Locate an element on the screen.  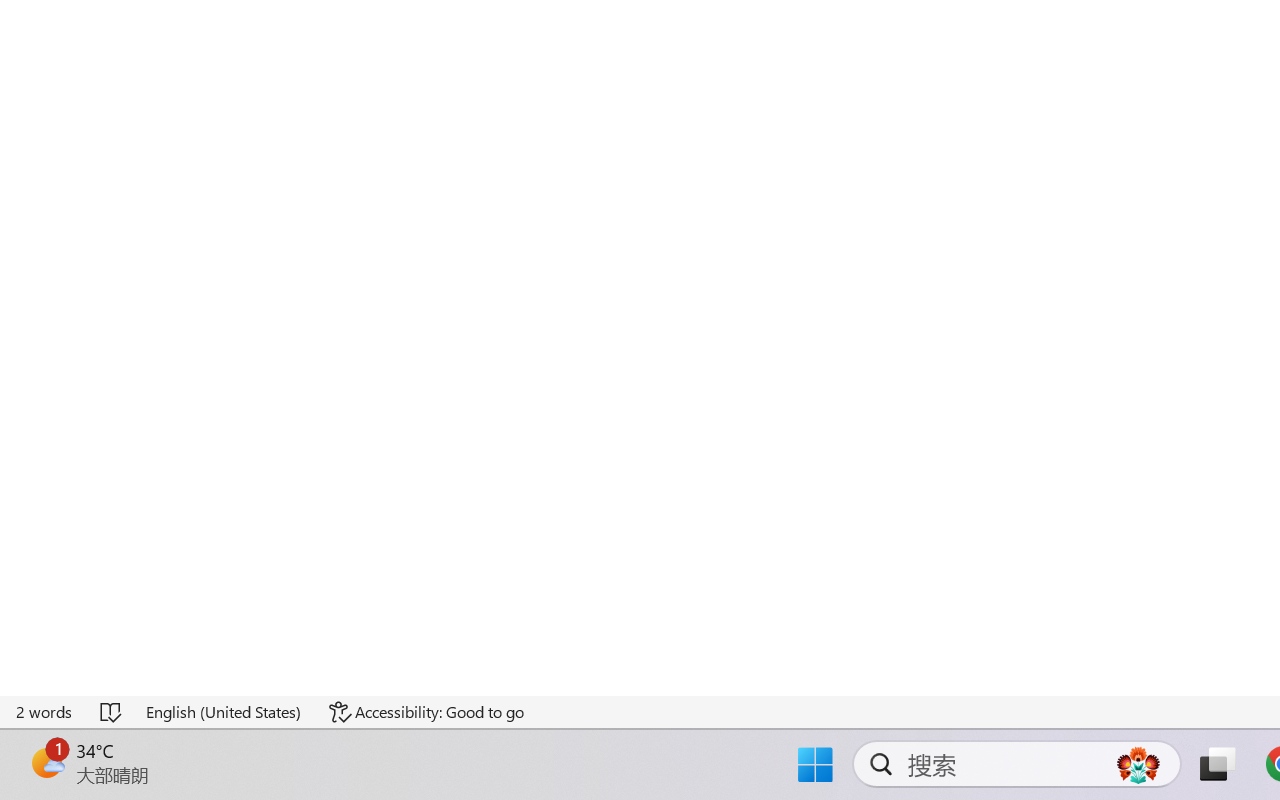
'Accessibility Checker Accessibility: Good to go' is located at coordinates (425, 711).